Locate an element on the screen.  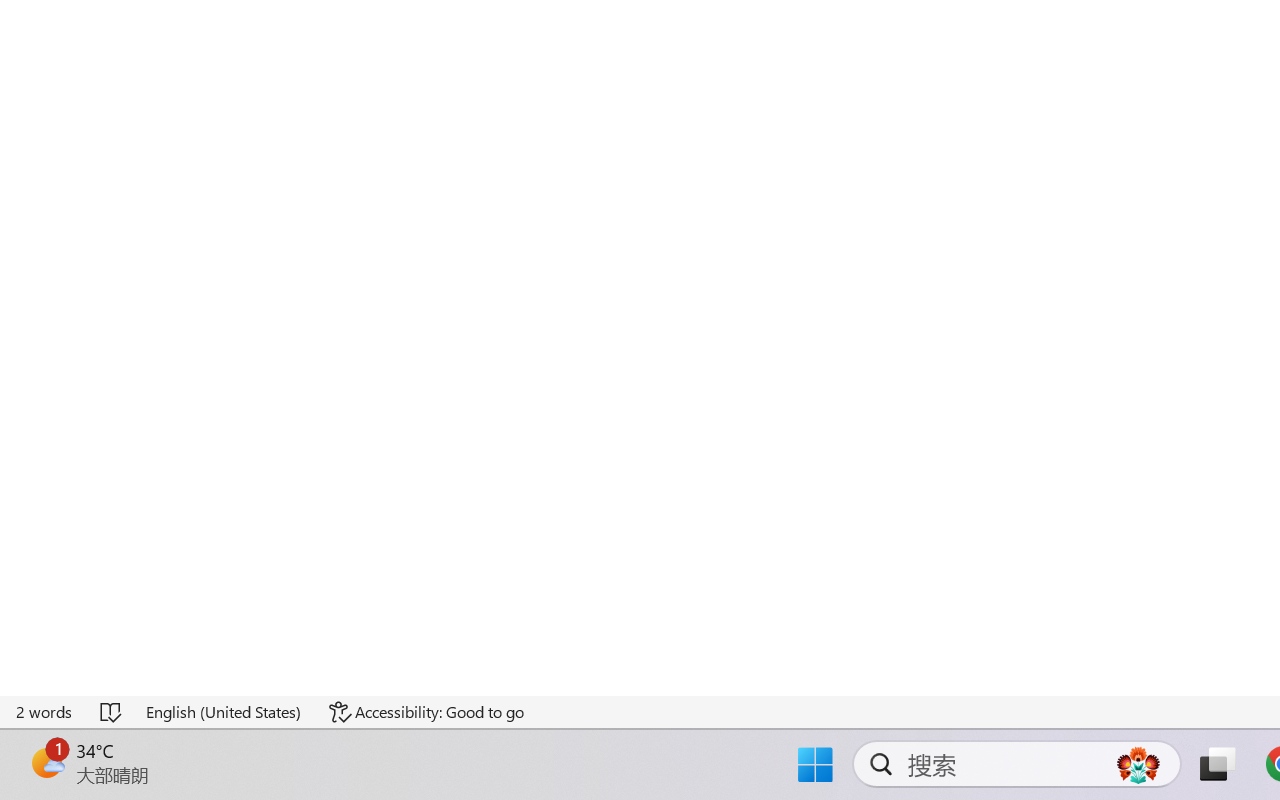
'Accessibility Checker Accessibility: Good to go' is located at coordinates (425, 711).